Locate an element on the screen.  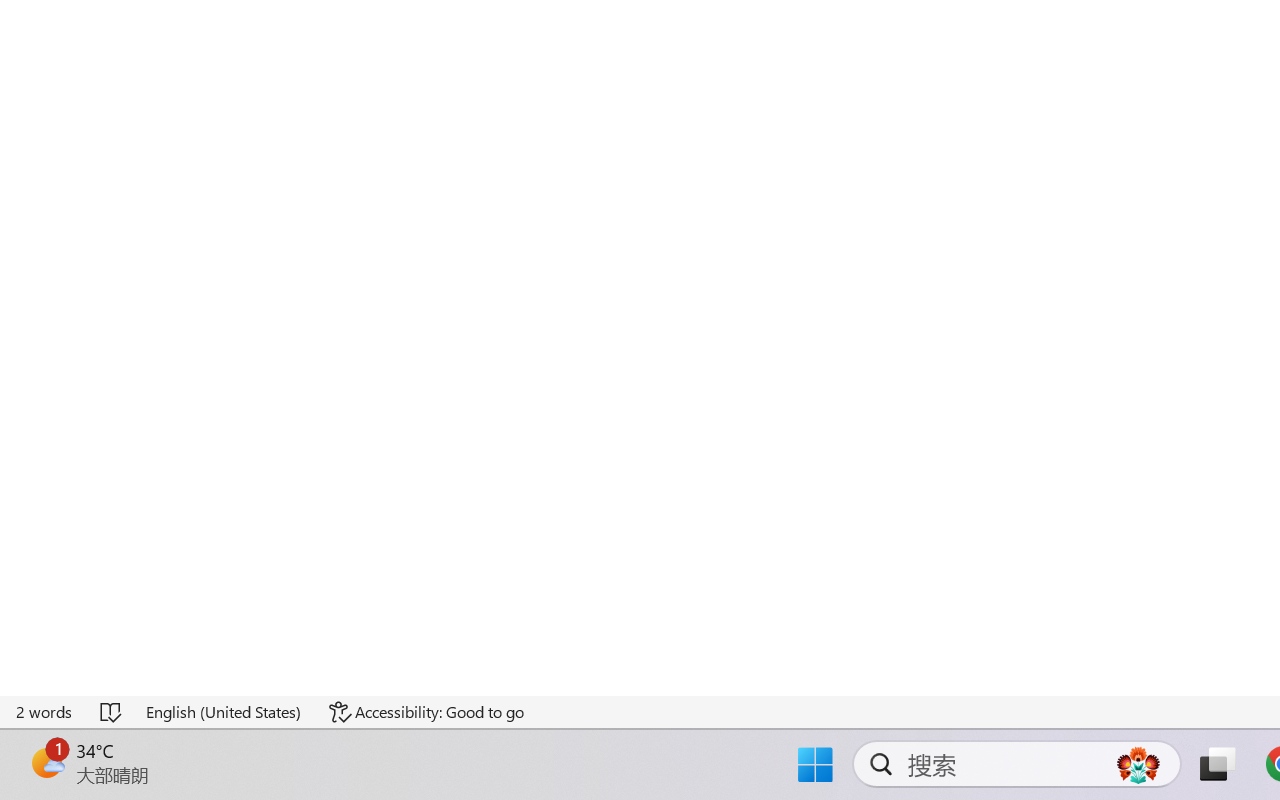
'Accessibility Checker Accessibility: Good to go' is located at coordinates (425, 711).